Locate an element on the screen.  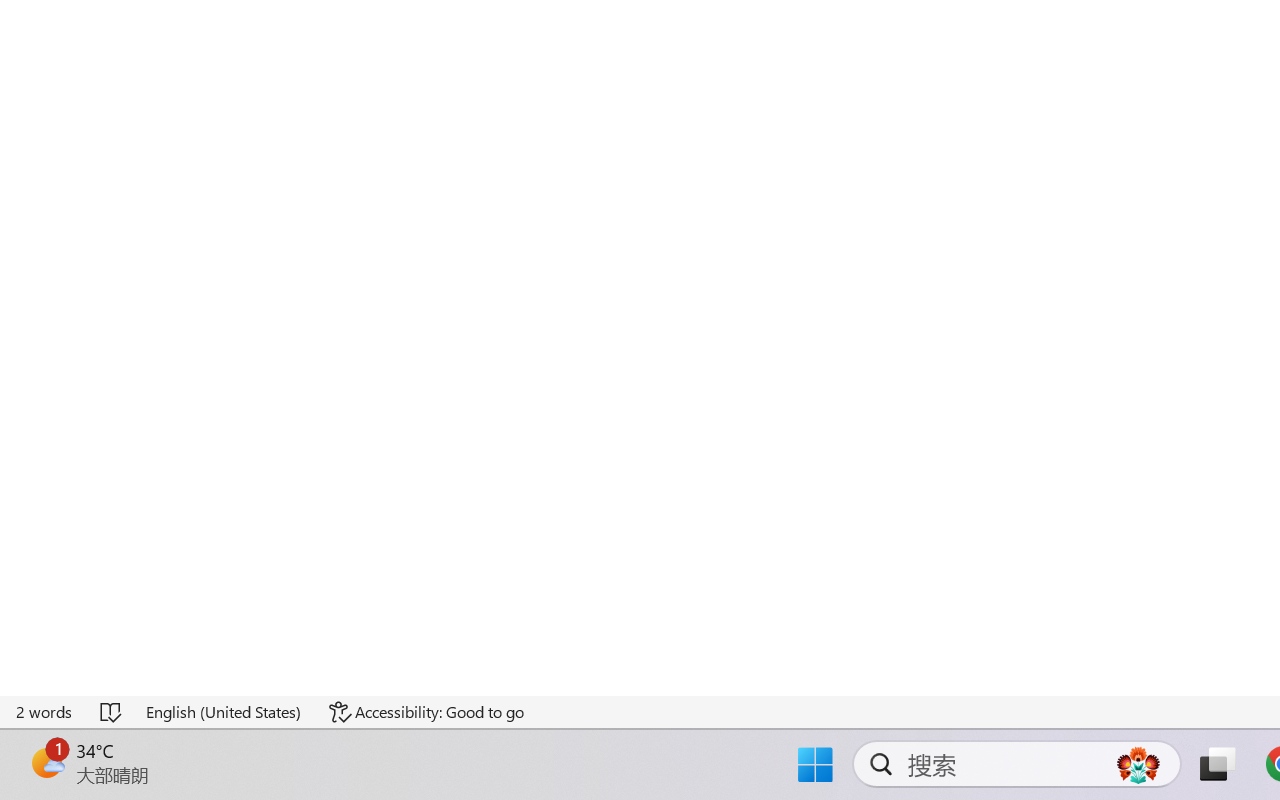
'Accessibility Checker Accessibility: Good to go' is located at coordinates (425, 711).